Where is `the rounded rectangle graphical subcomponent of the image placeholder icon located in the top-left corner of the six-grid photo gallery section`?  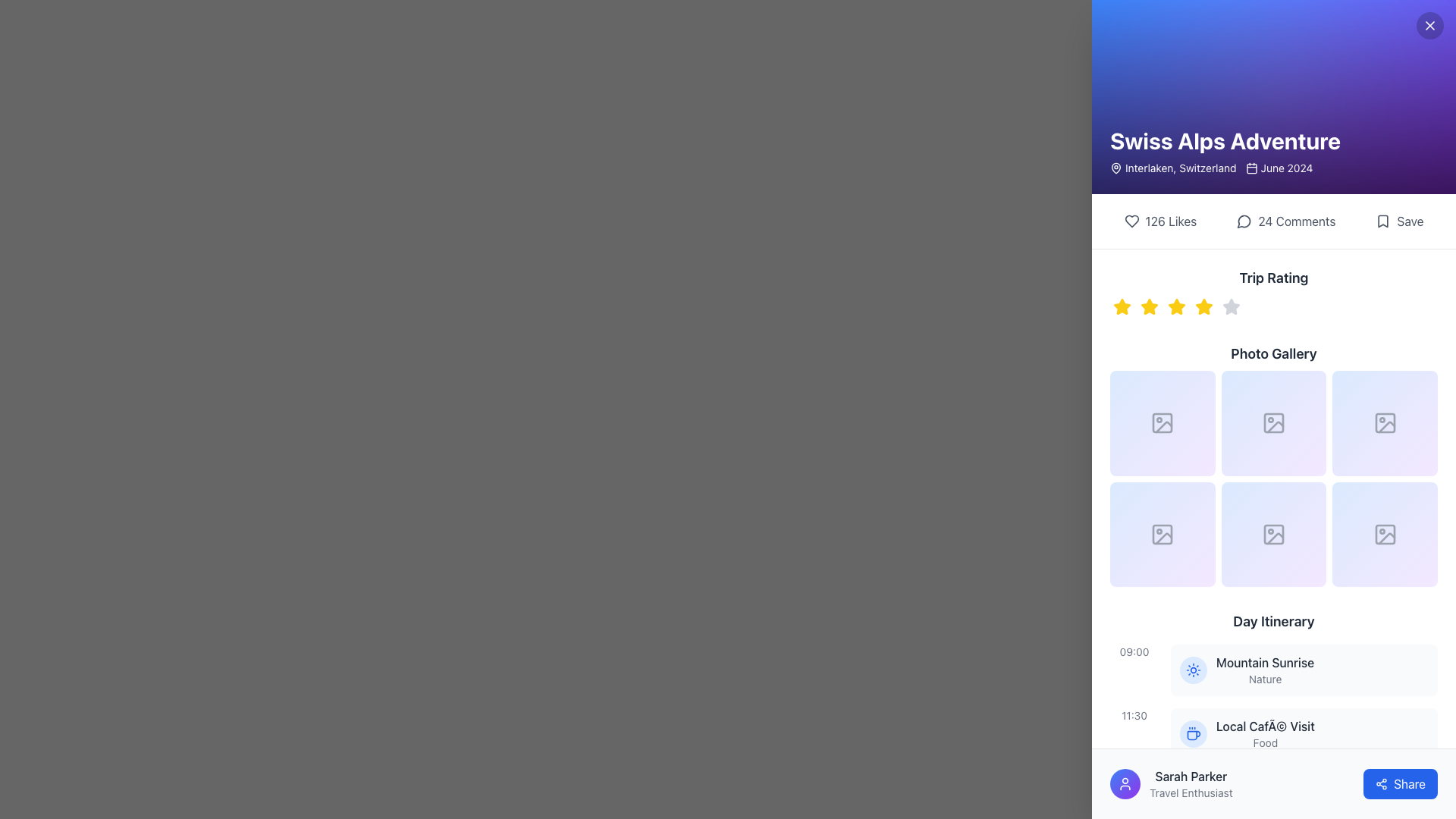 the rounded rectangle graphical subcomponent of the image placeholder icon located in the top-left corner of the six-grid photo gallery section is located at coordinates (1162, 423).